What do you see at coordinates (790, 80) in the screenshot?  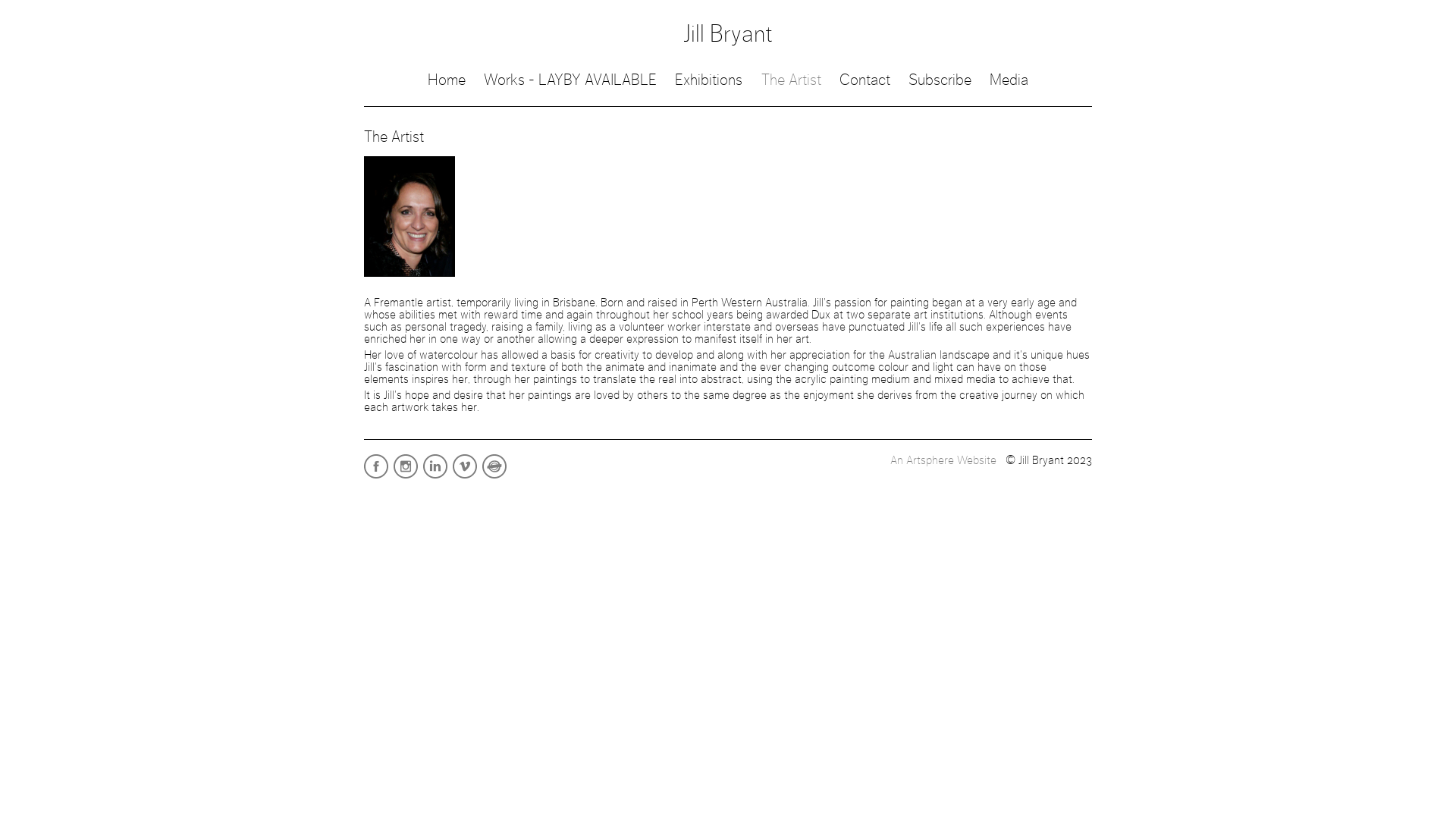 I see `'The Artist'` at bounding box center [790, 80].